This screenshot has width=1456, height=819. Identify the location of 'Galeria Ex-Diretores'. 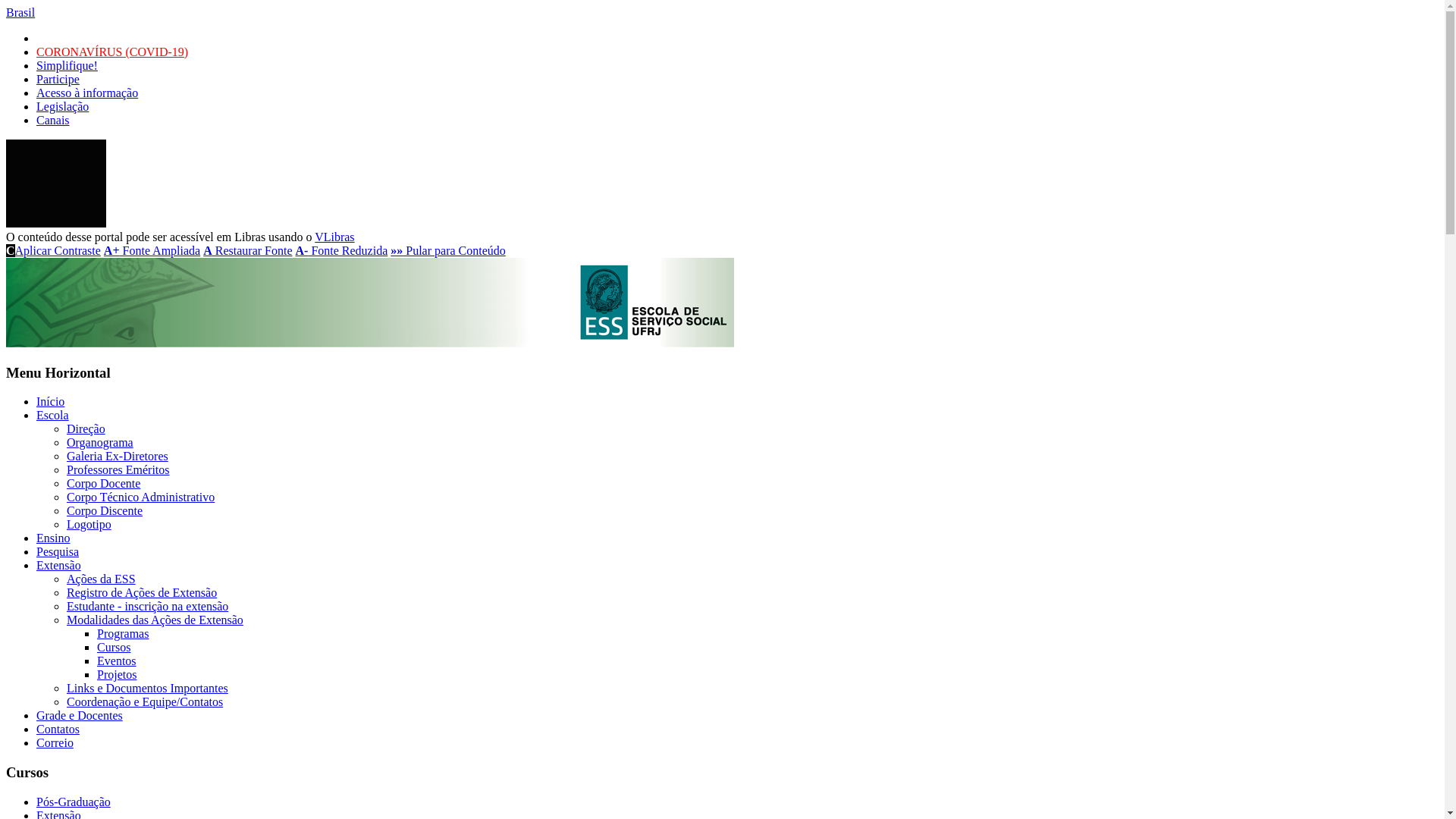
(116, 455).